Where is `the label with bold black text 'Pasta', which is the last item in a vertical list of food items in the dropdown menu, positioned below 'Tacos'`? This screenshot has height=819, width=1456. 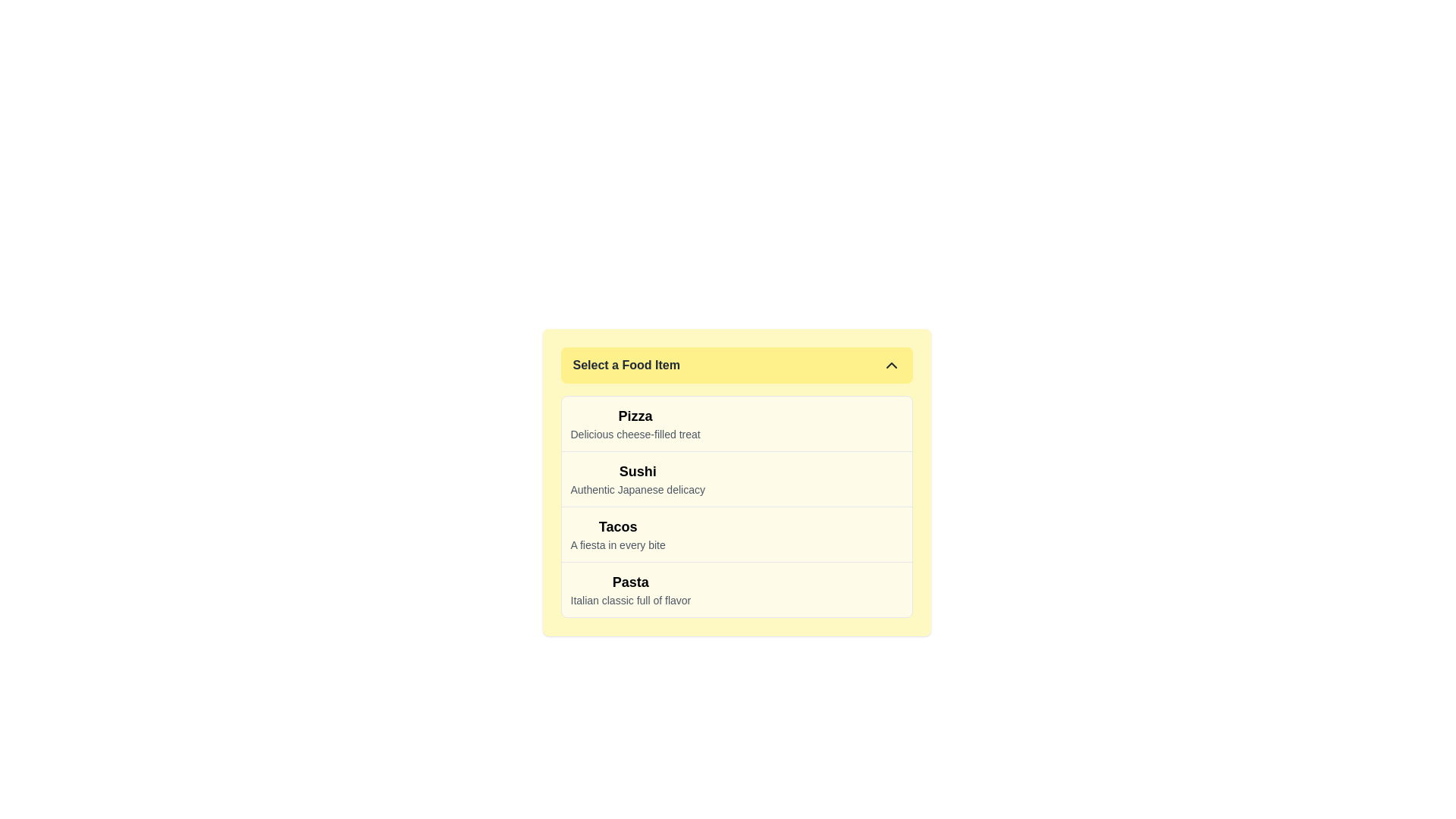 the label with bold black text 'Pasta', which is the last item in a vertical list of food items in the dropdown menu, positioned below 'Tacos' is located at coordinates (630, 589).